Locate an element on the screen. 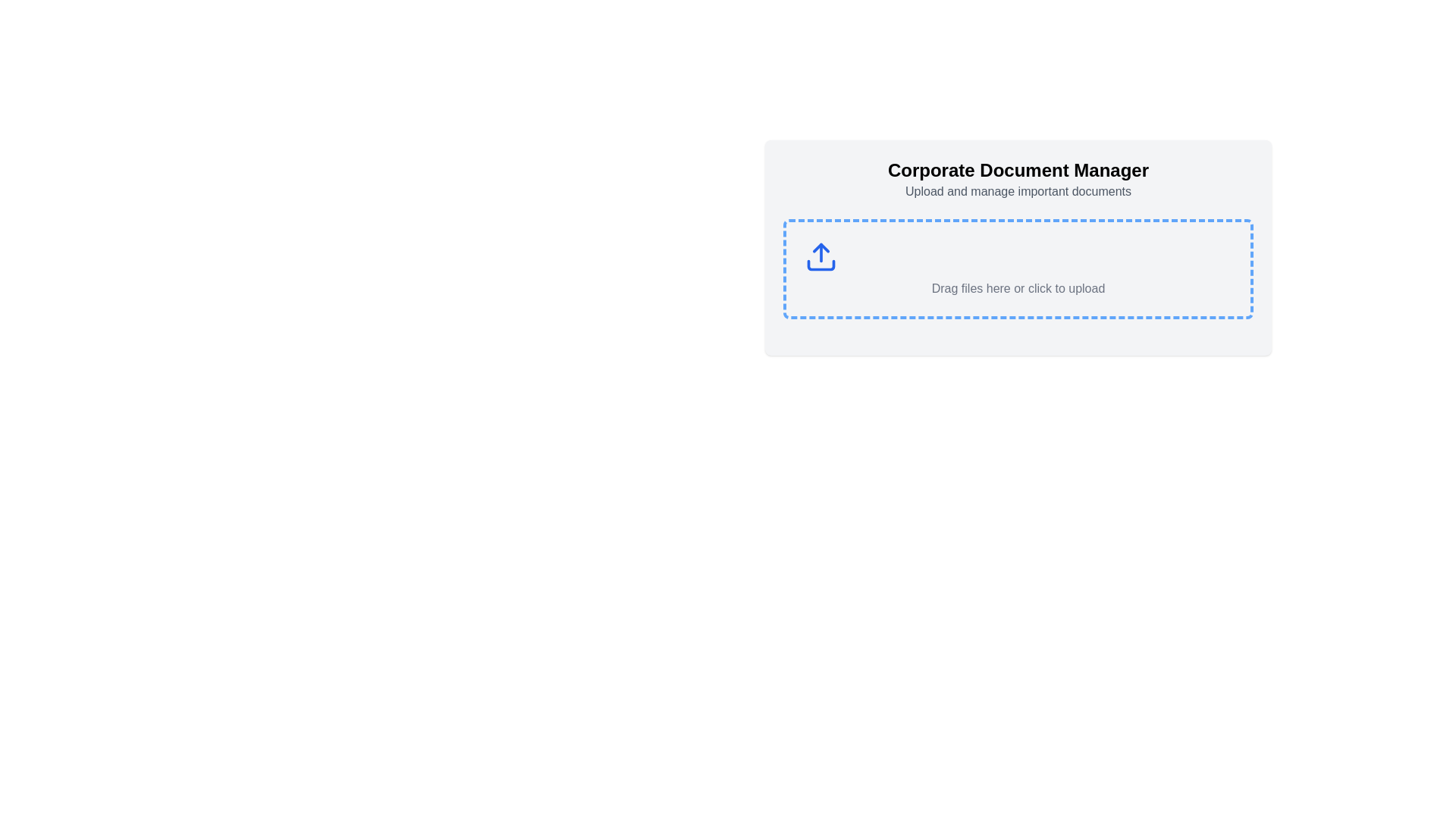 Image resolution: width=1456 pixels, height=819 pixels. the upload icon, which is a minimalist blue upward arrow located inside a larger interactive box labeled 'Drag files here or click to upload.' is located at coordinates (821, 256).